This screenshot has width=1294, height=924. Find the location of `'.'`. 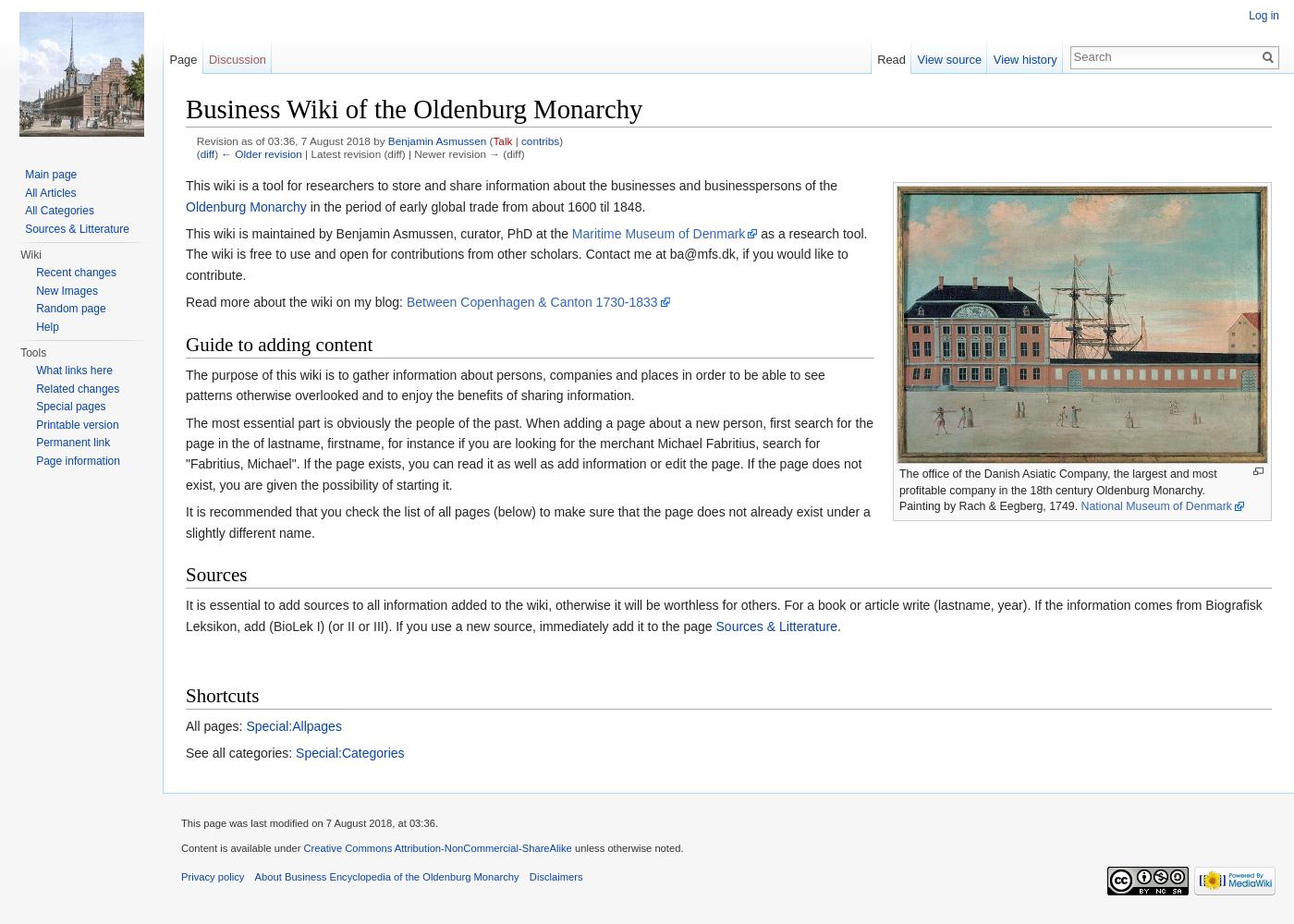

'.' is located at coordinates (838, 626).